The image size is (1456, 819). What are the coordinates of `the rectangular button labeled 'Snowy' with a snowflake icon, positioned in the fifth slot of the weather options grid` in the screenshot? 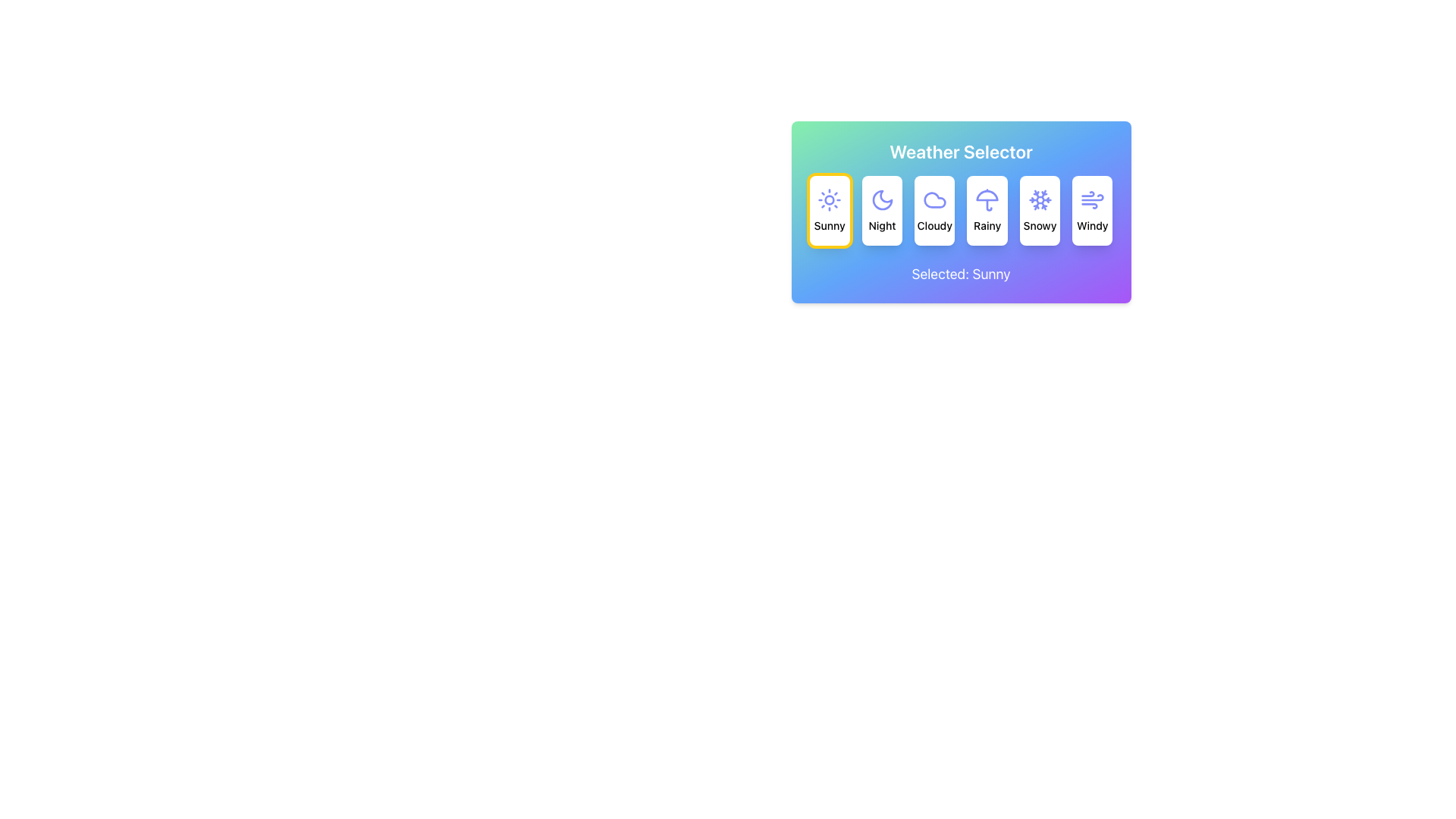 It's located at (1039, 210).